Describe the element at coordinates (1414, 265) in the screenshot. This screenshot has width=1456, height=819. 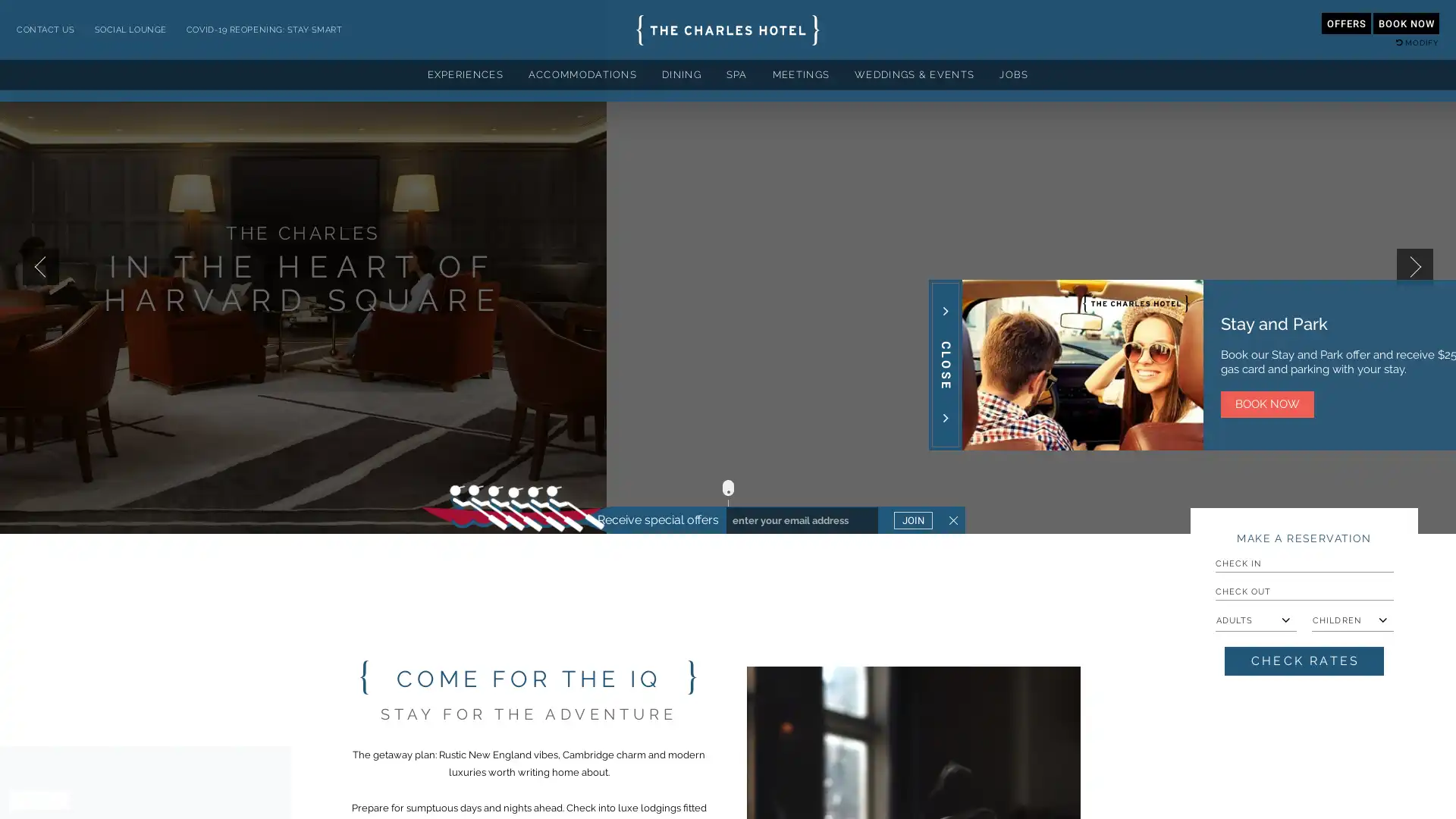
I see `Next` at that location.